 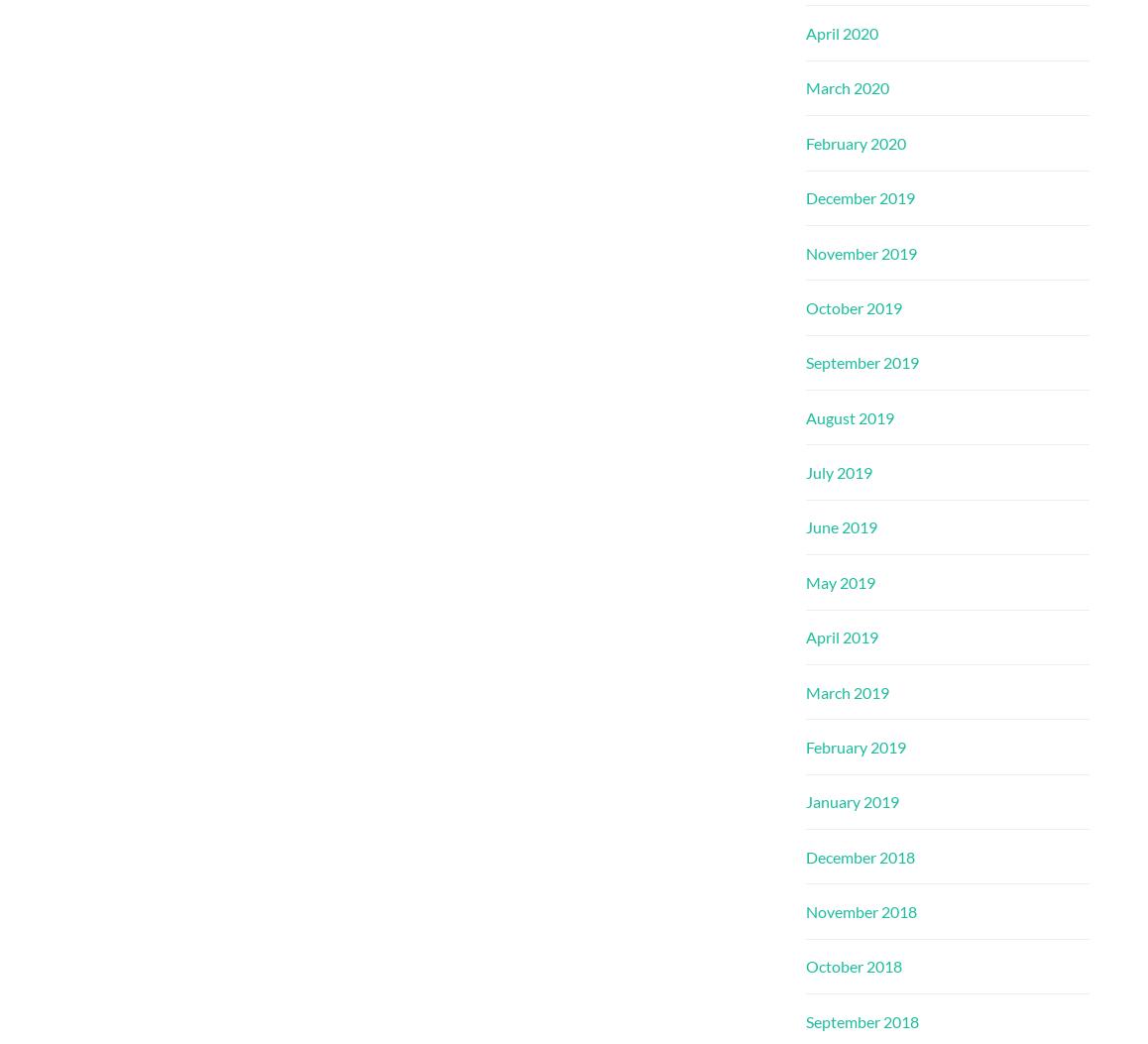 I want to click on 'November 2019', so click(x=805, y=251).